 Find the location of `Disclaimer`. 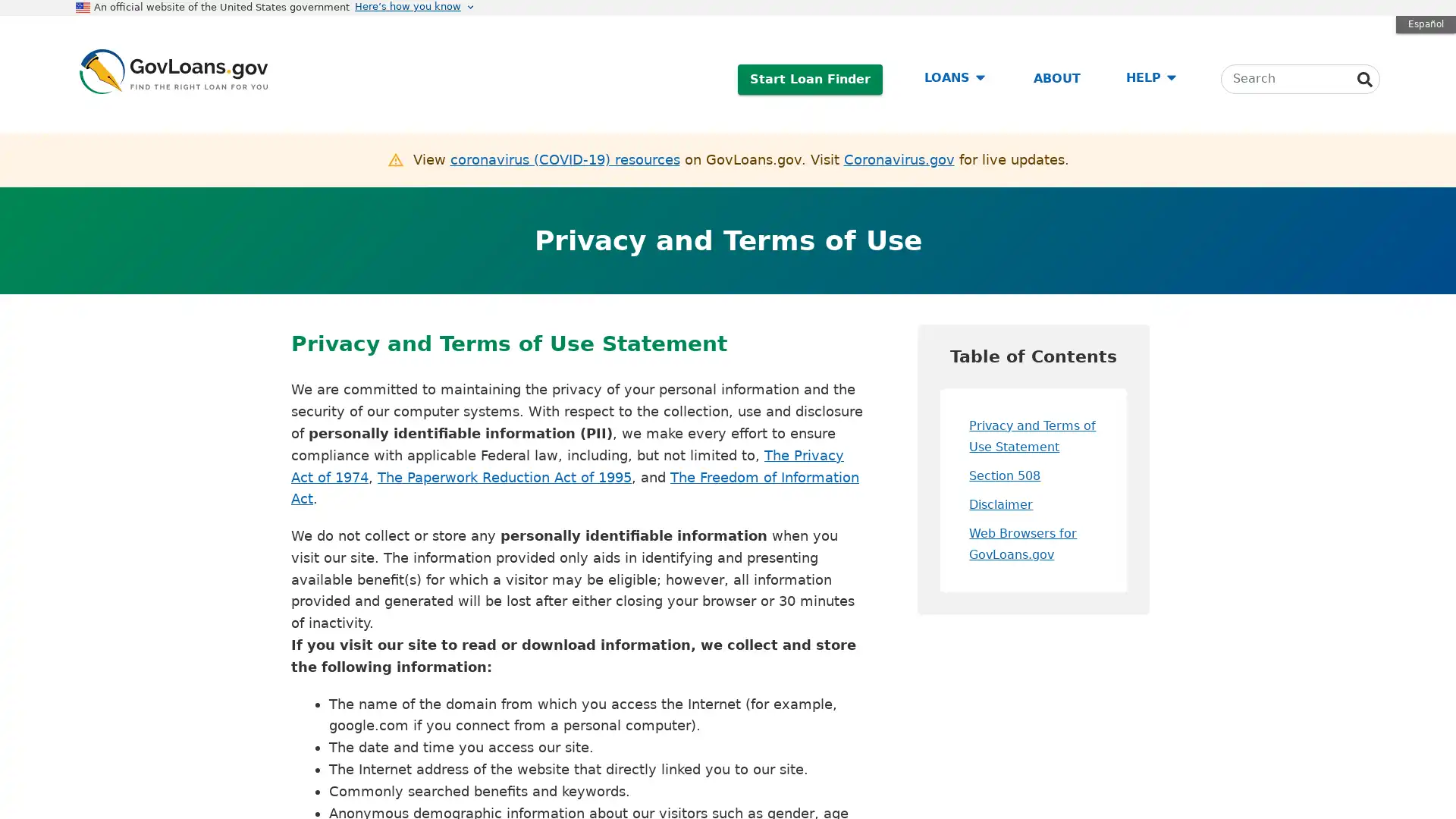

Disclaimer is located at coordinates (1032, 505).